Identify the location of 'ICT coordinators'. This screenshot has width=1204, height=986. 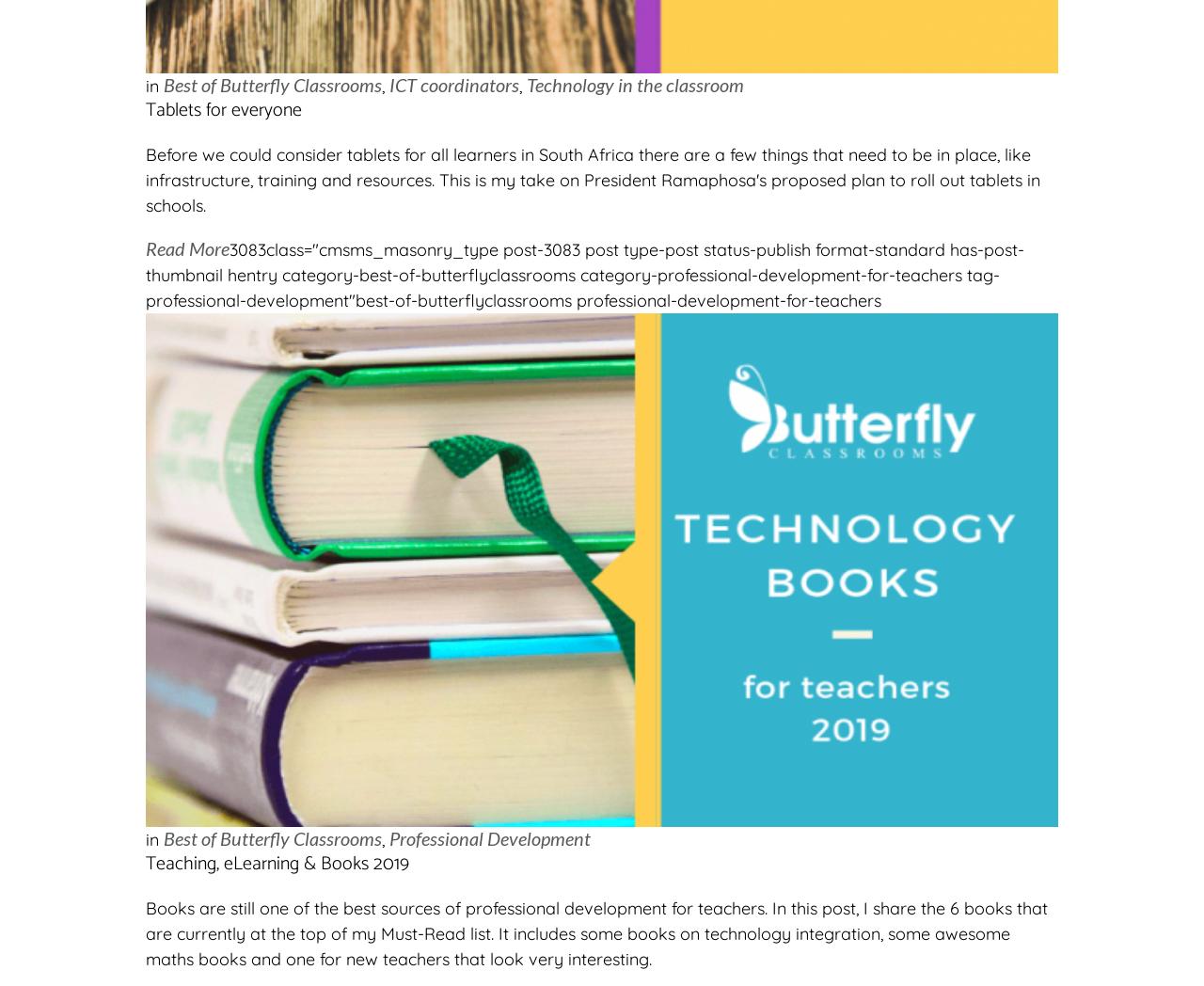
(453, 84).